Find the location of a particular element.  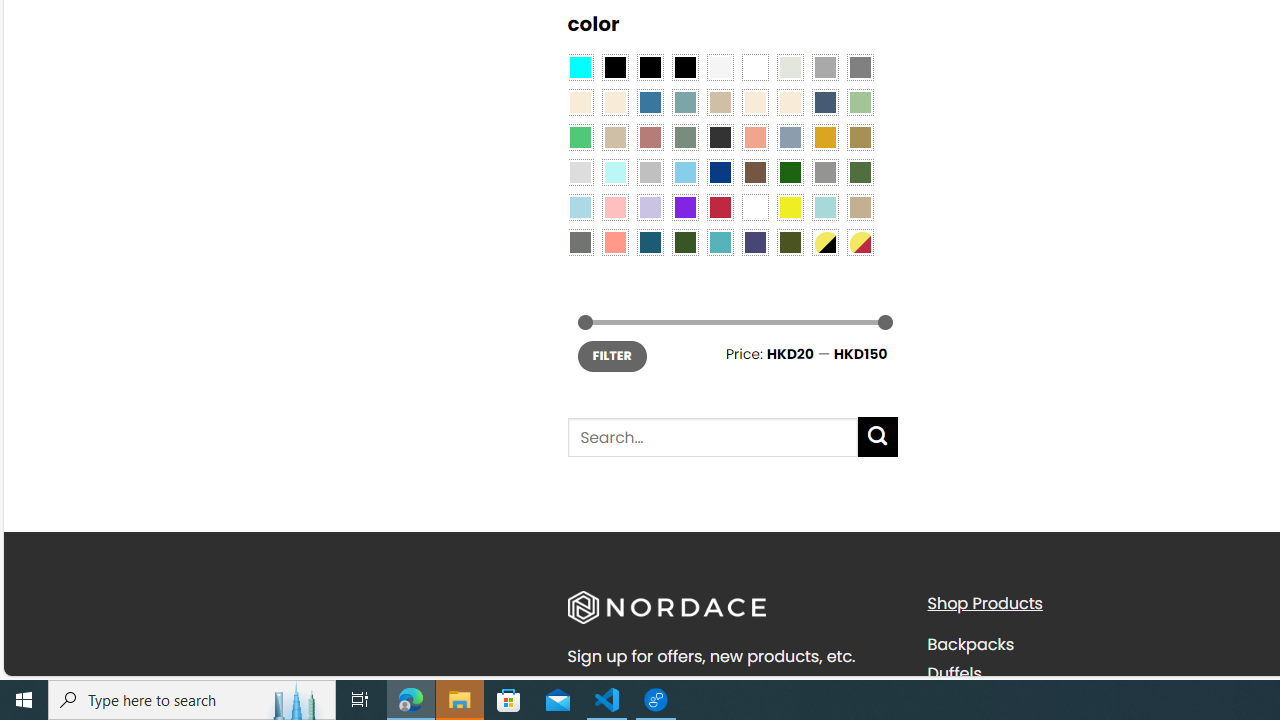

'Navy Blue' is located at coordinates (720, 171).